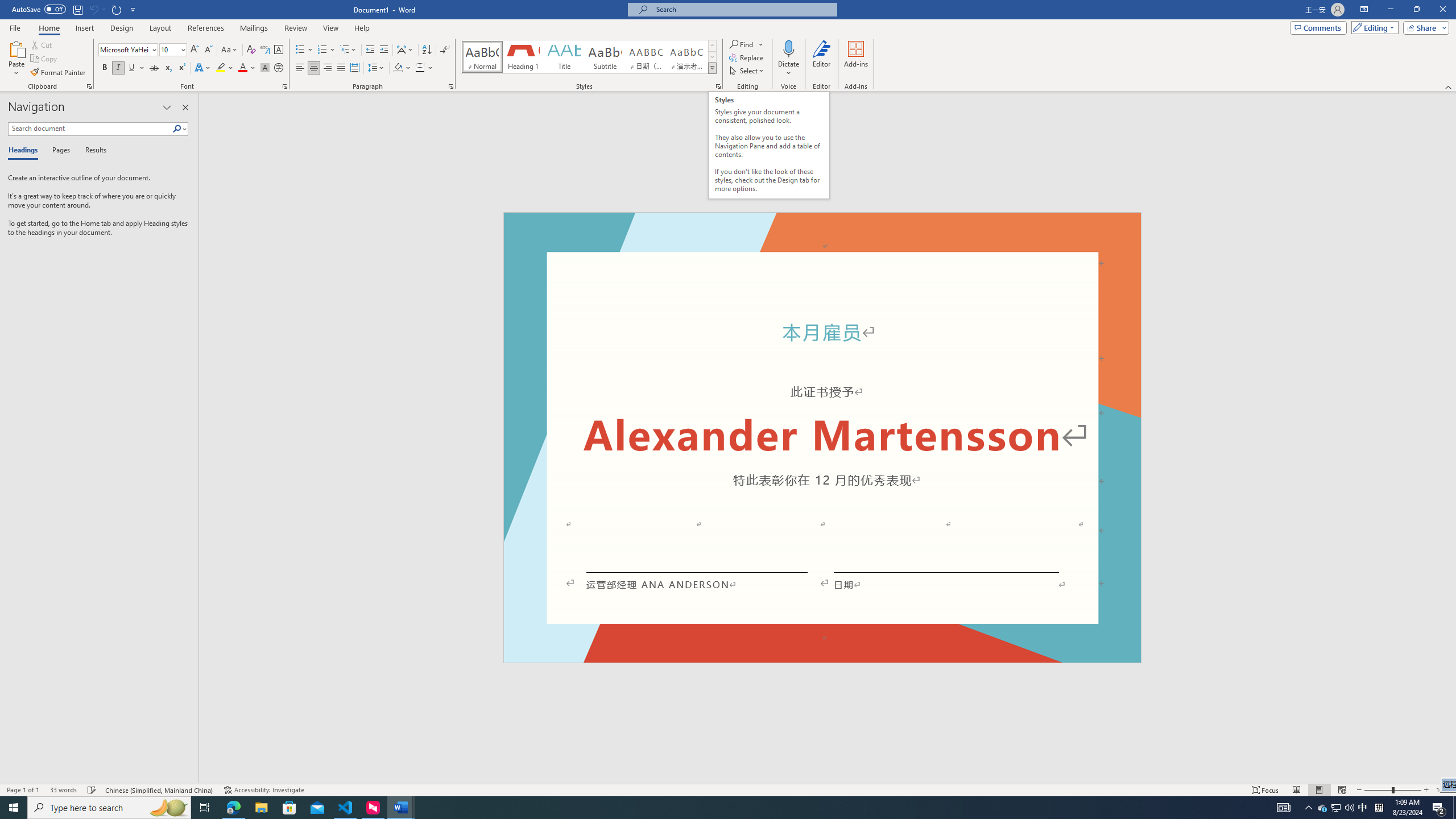 The width and height of the screenshot is (1456, 819). Describe the element at coordinates (208, 49) in the screenshot. I see `'Shrink Font'` at that location.